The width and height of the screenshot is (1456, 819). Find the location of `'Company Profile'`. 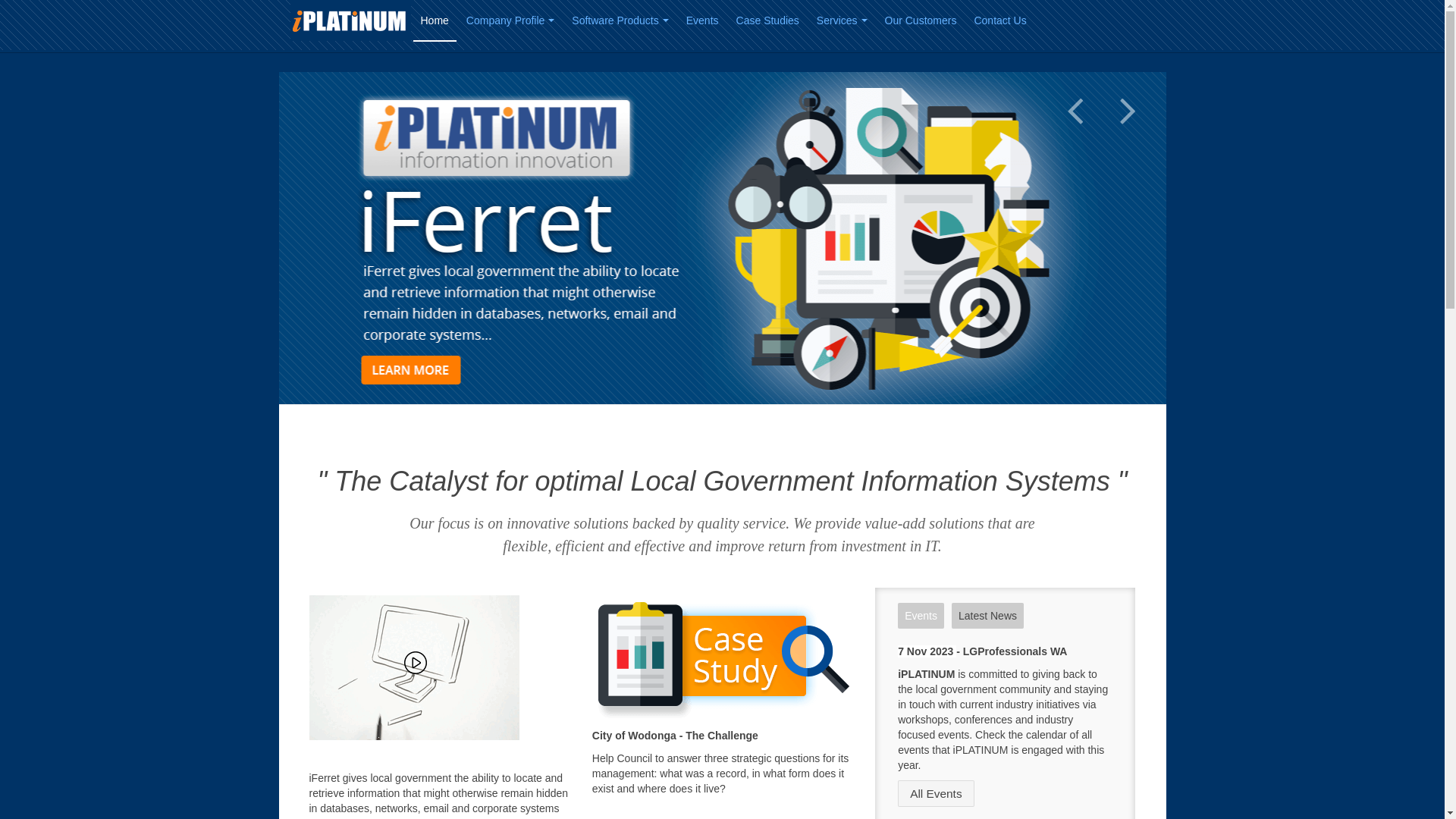

'Company Profile' is located at coordinates (510, 20).